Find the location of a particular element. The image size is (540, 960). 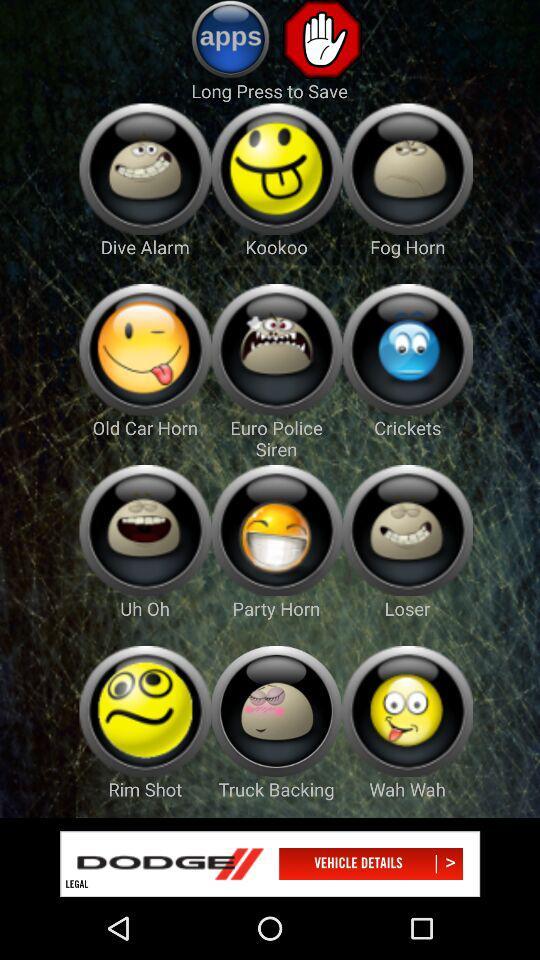

the 2nd emoji from the 2nd row is located at coordinates (275, 350).